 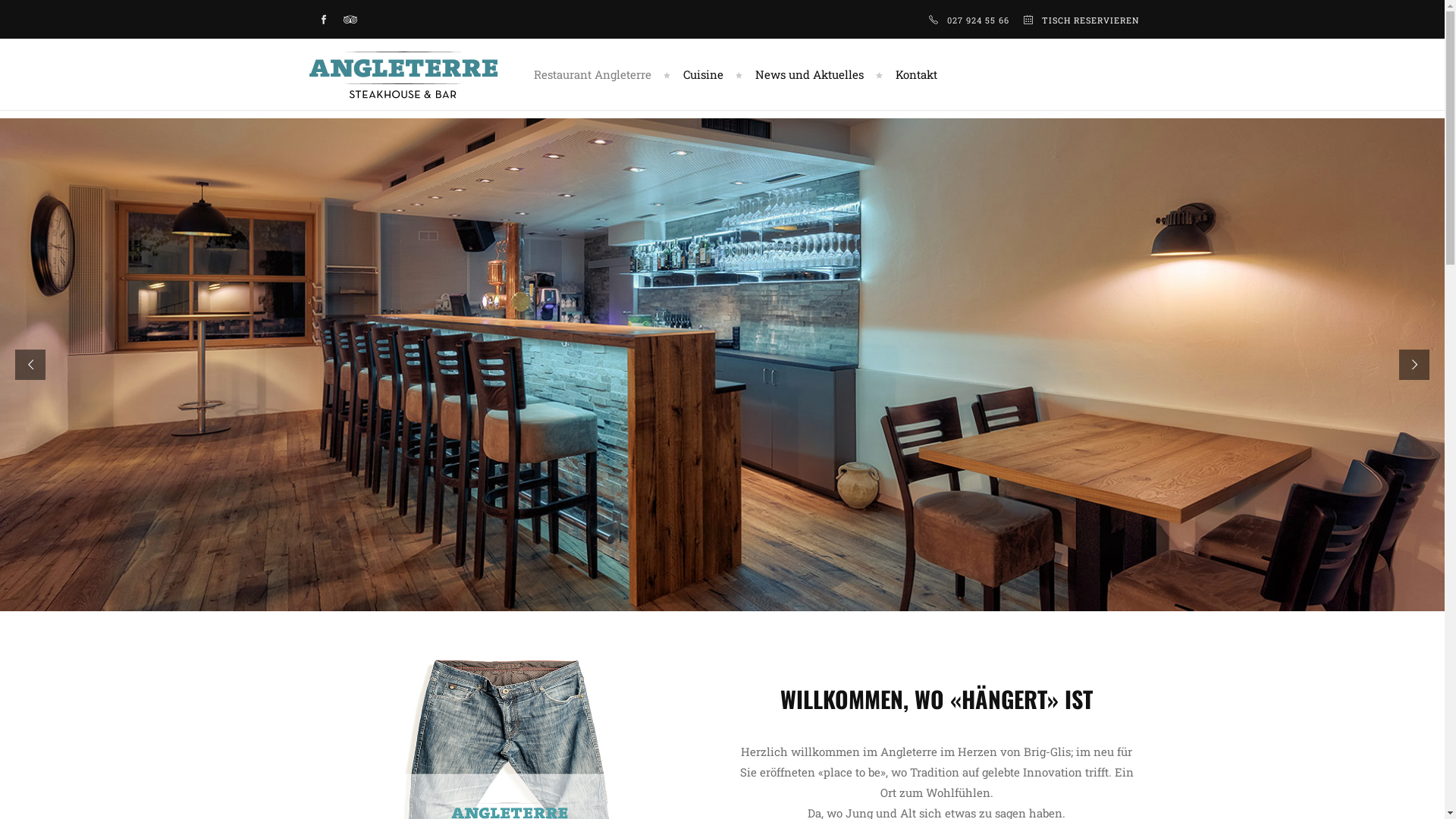 I want to click on 'Restaurant Angleterre', so click(x=592, y=74).